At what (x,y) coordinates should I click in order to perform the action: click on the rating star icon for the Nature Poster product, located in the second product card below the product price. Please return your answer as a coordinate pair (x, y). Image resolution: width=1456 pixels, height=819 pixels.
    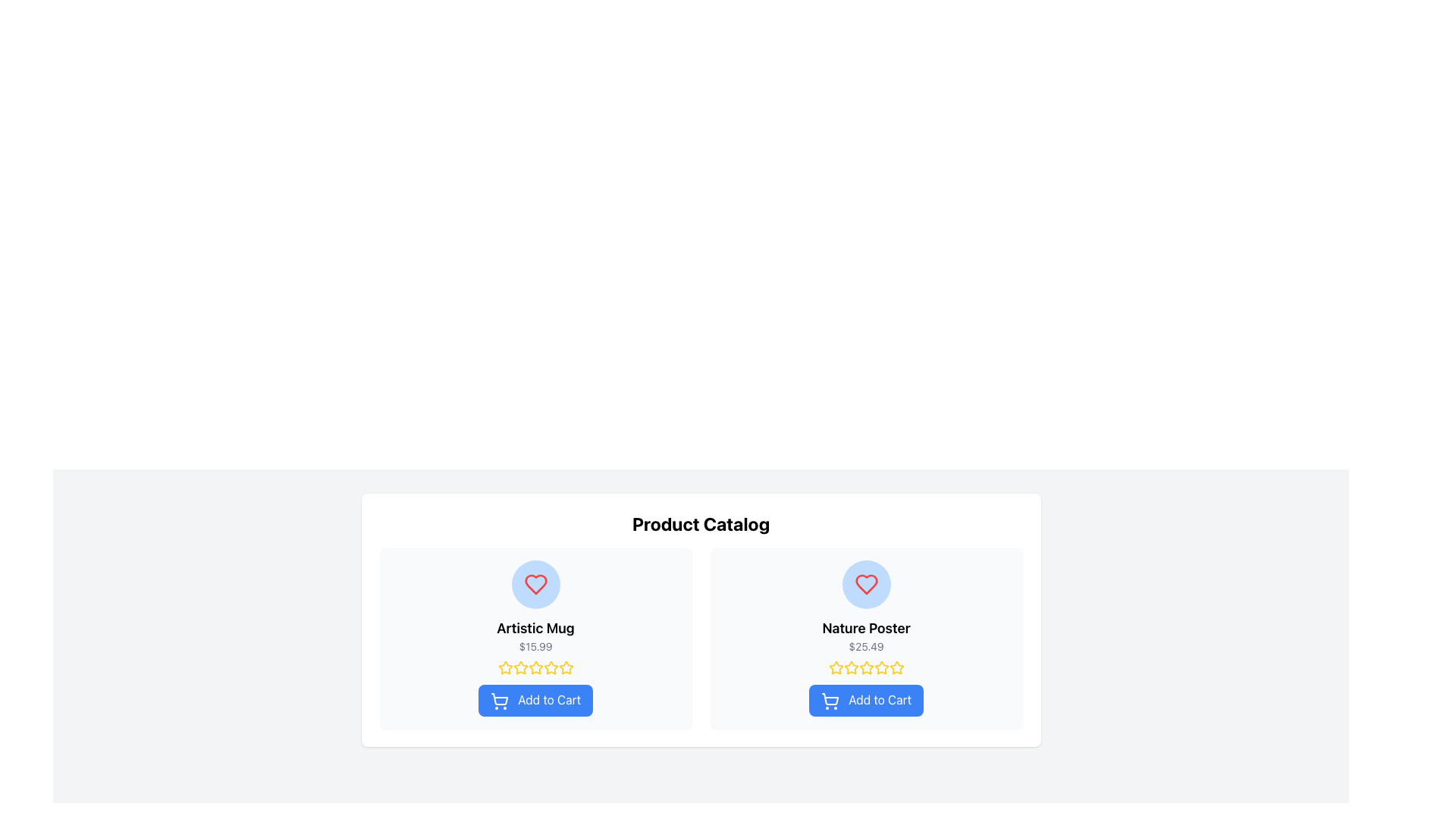
    Looking at the image, I should click on (835, 667).